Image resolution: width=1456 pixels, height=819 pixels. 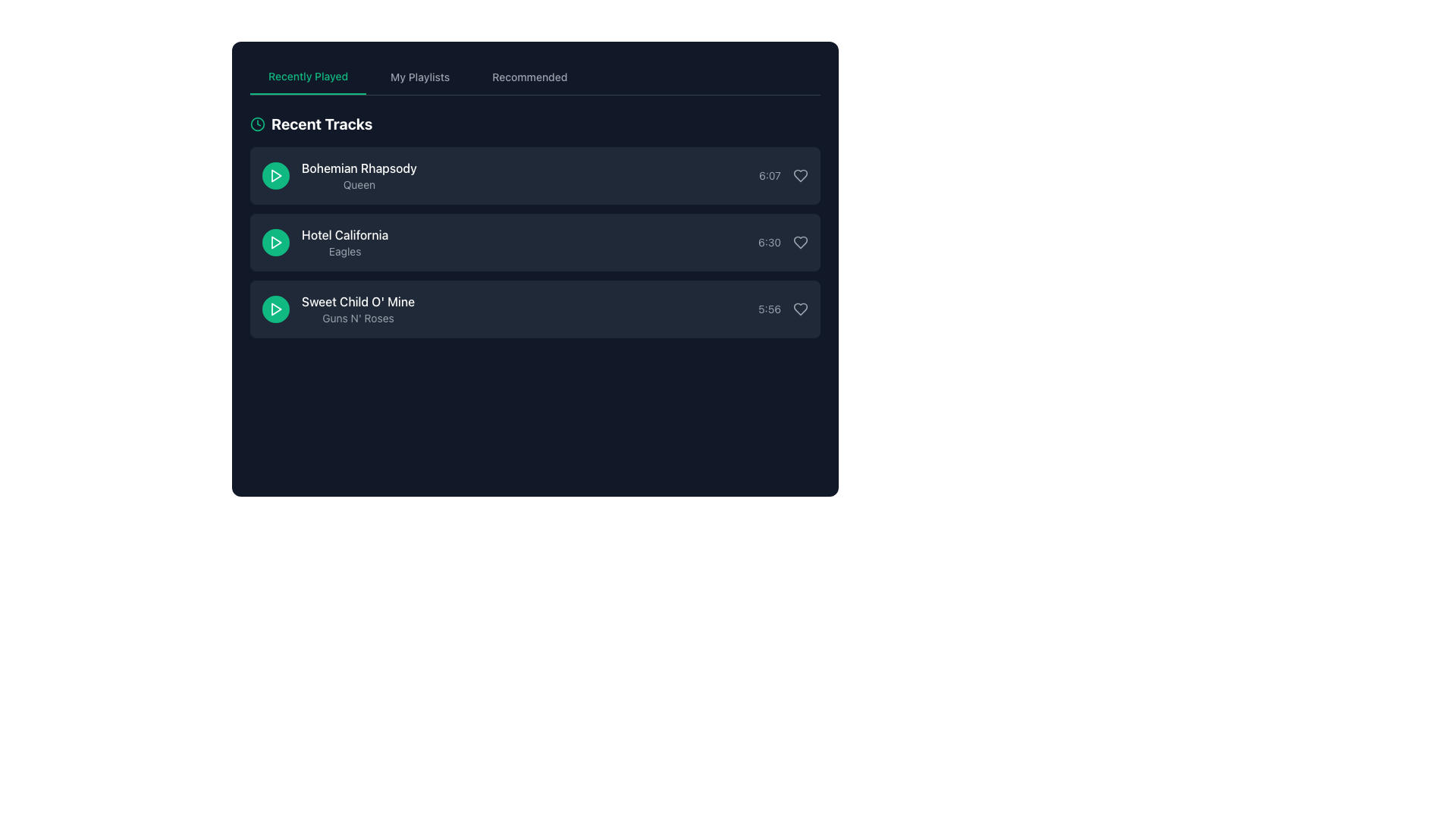 I want to click on the icon indicating the 'Recent Tracks' section, which is positioned on the left side of the title text, so click(x=258, y=124).